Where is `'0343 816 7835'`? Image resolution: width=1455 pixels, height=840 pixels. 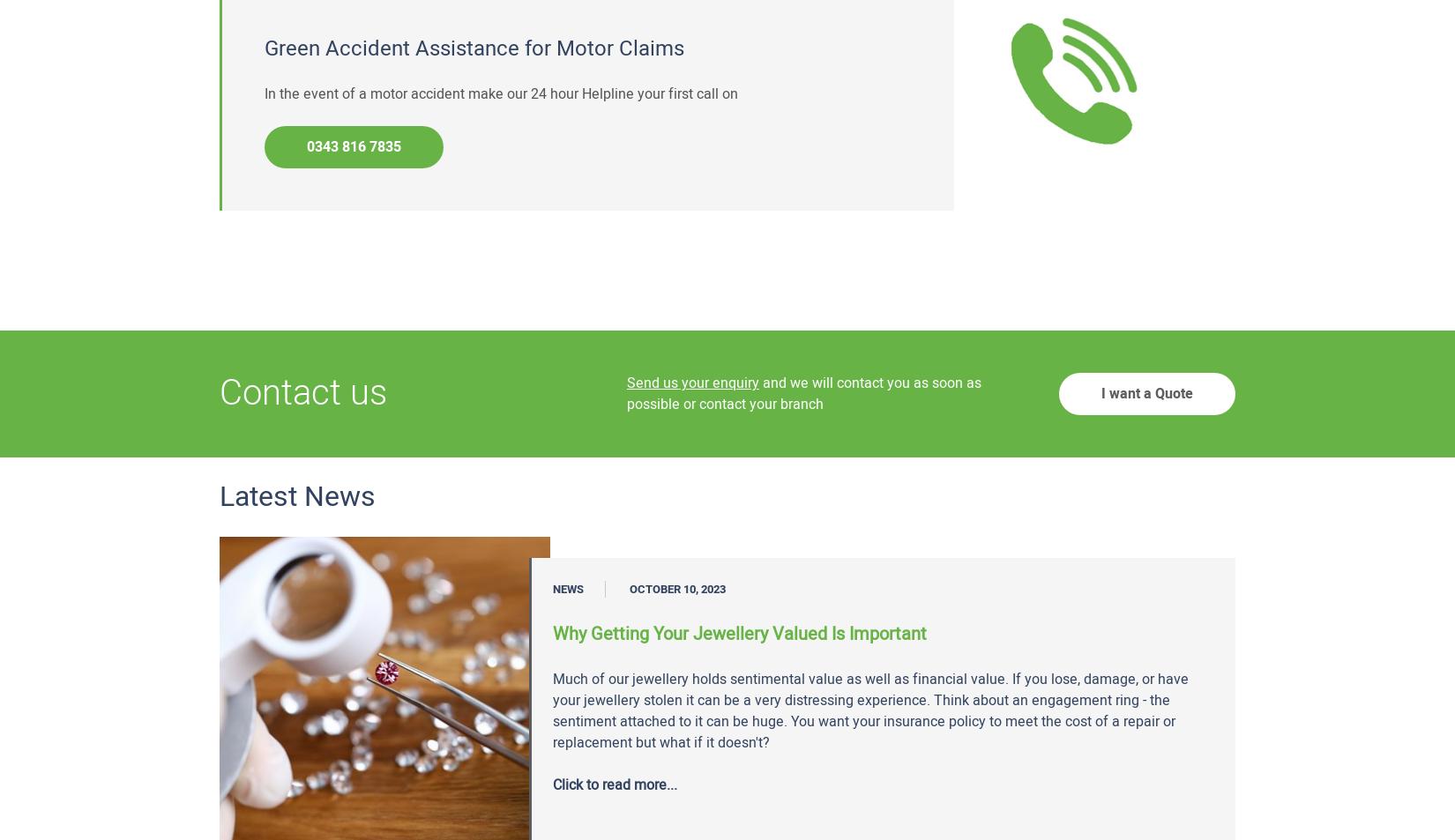
'0343 816 7835' is located at coordinates (354, 145).